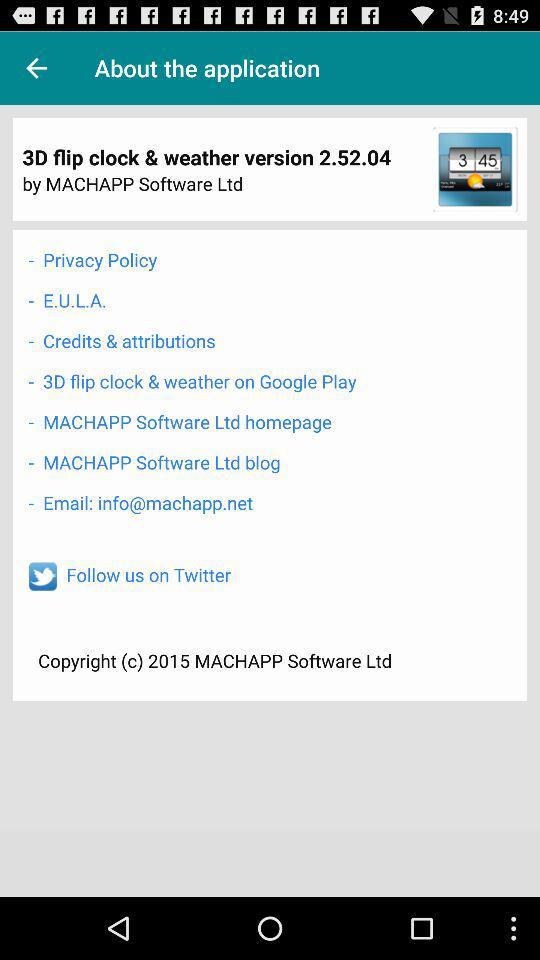 The image size is (540, 960). Describe the element at coordinates (474, 168) in the screenshot. I see `the item to the right of by machapp software icon` at that location.